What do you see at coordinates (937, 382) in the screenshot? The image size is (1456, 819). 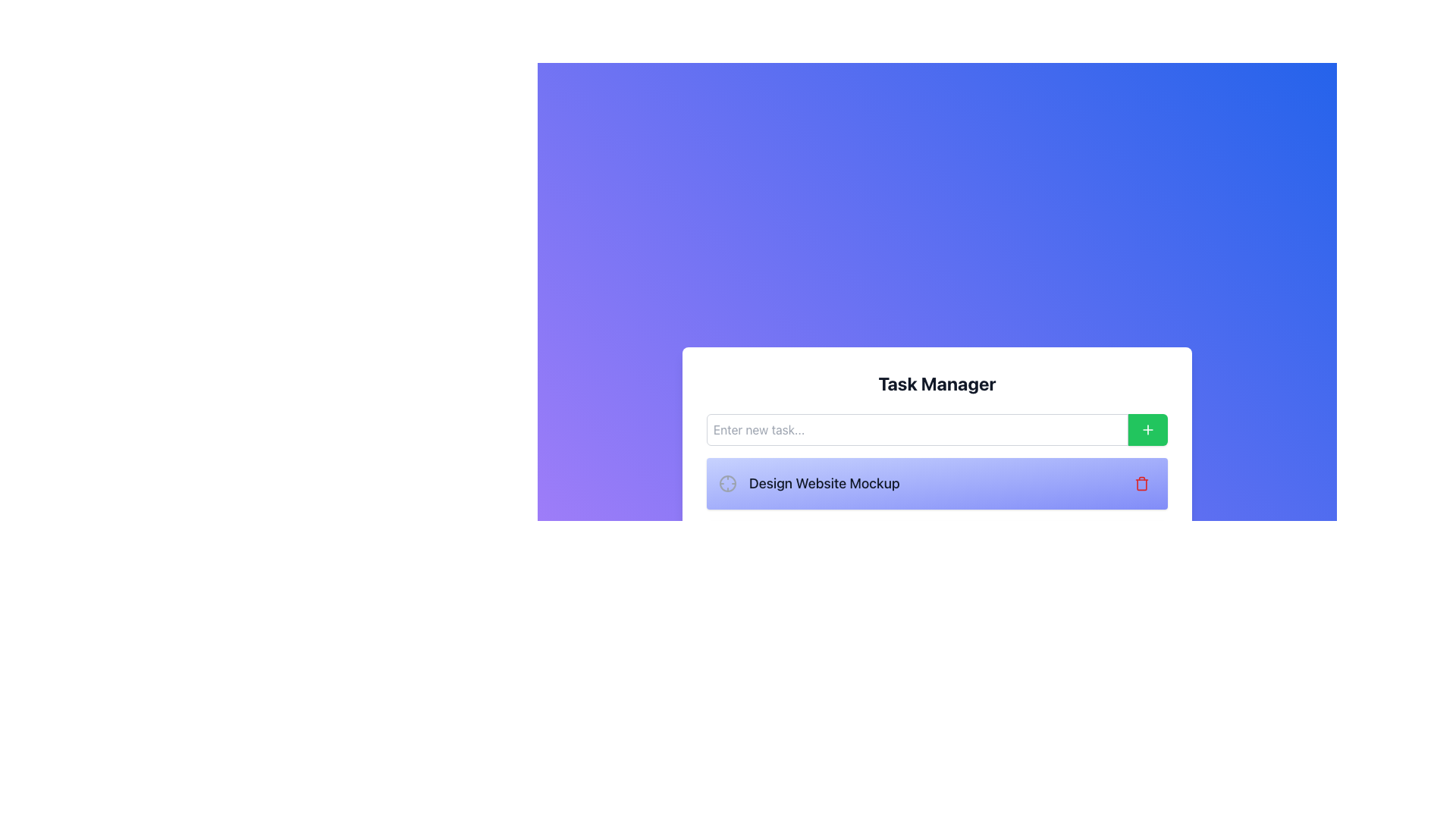 I see `the title 'Task Manager' which is styled in bold and centered above the main content section on a white card-like background` at bounding box center [937, 382].